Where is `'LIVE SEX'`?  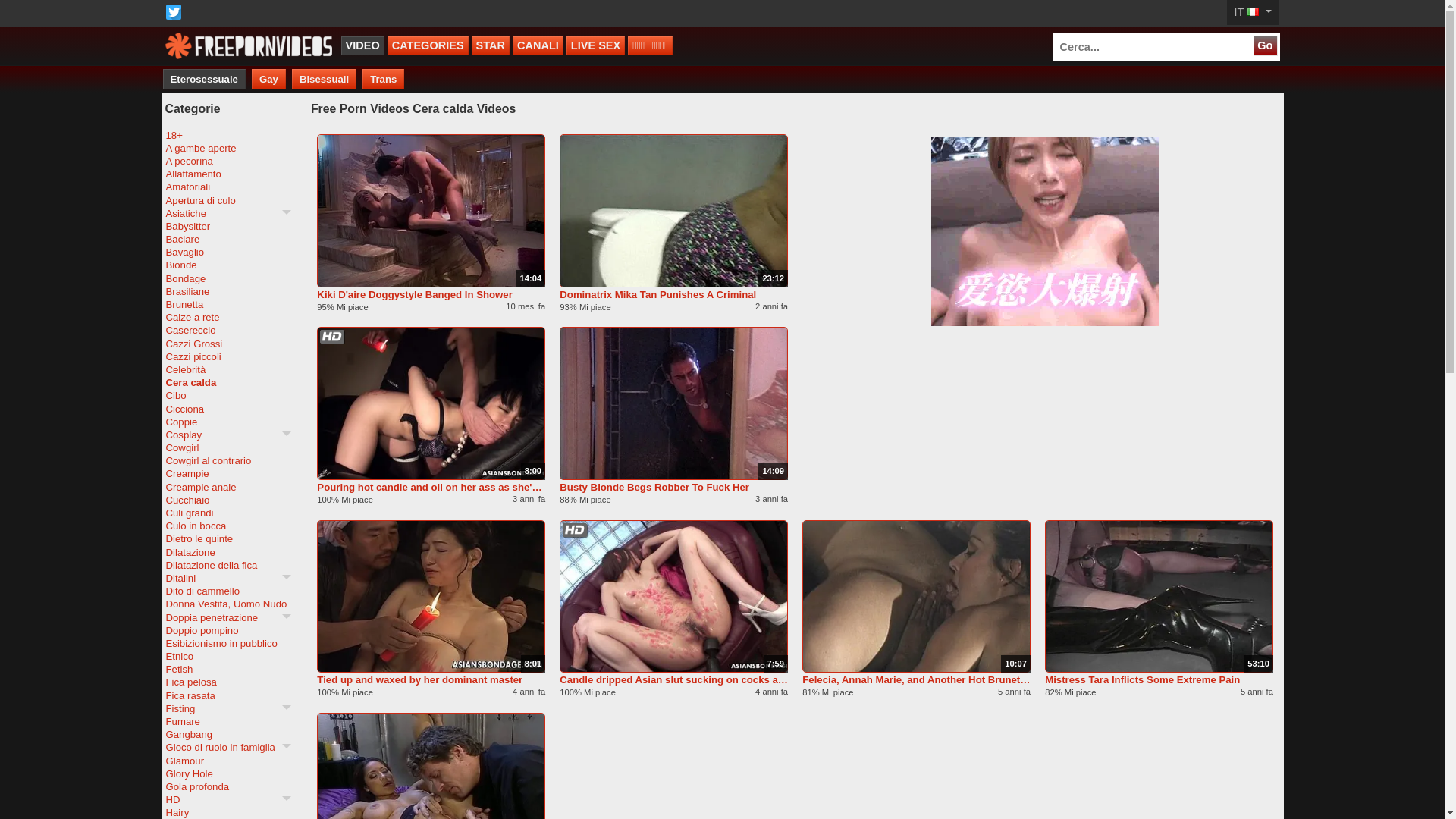
'LIVE SEX' is located at coordinates (595, 45).